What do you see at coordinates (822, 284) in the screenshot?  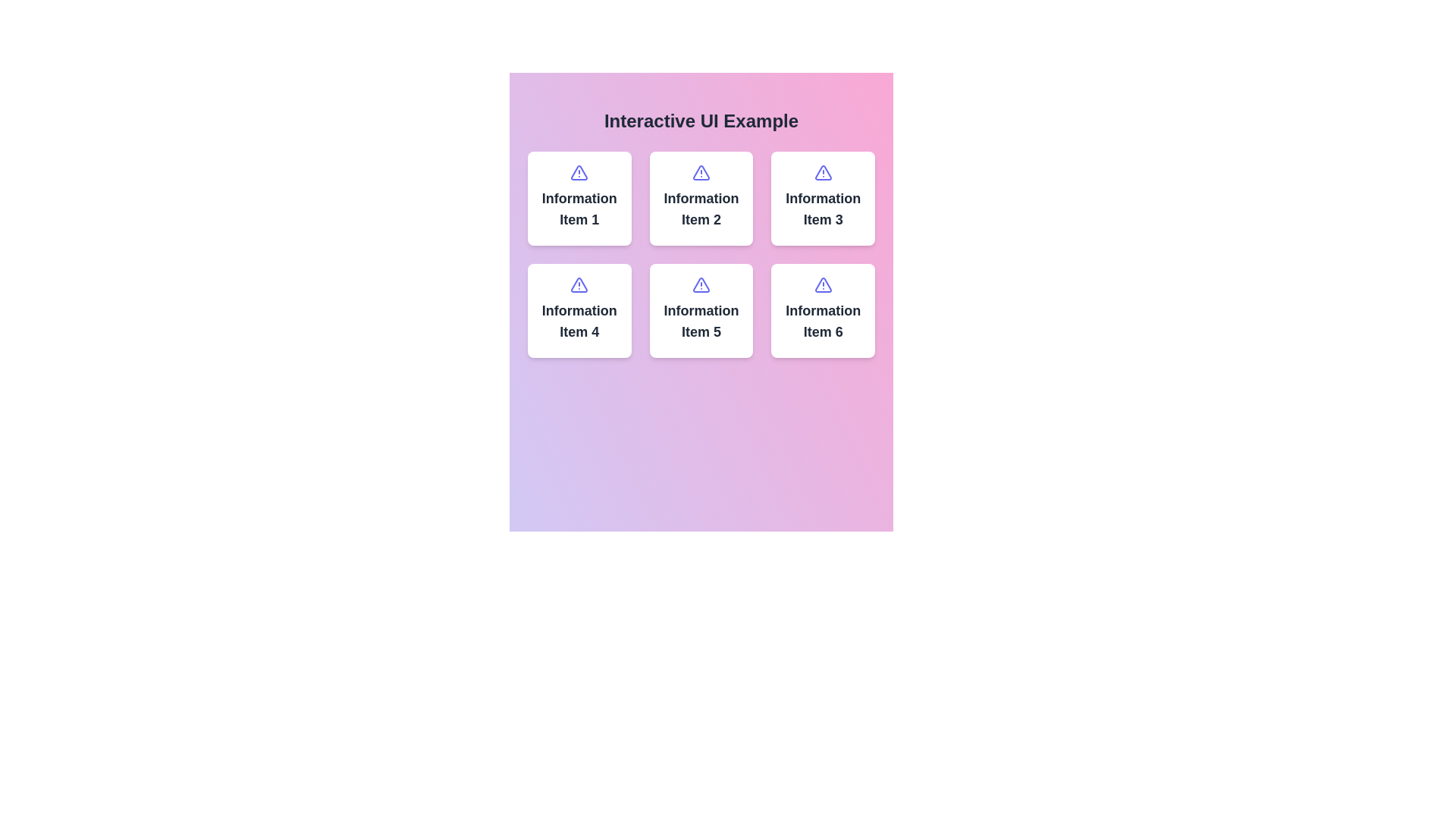 I see `the alert or warning icon located at the top center of the 'Information Item 6' card in the lower-right position of a 2x3 grid layout` at bounding box center [822, 284].